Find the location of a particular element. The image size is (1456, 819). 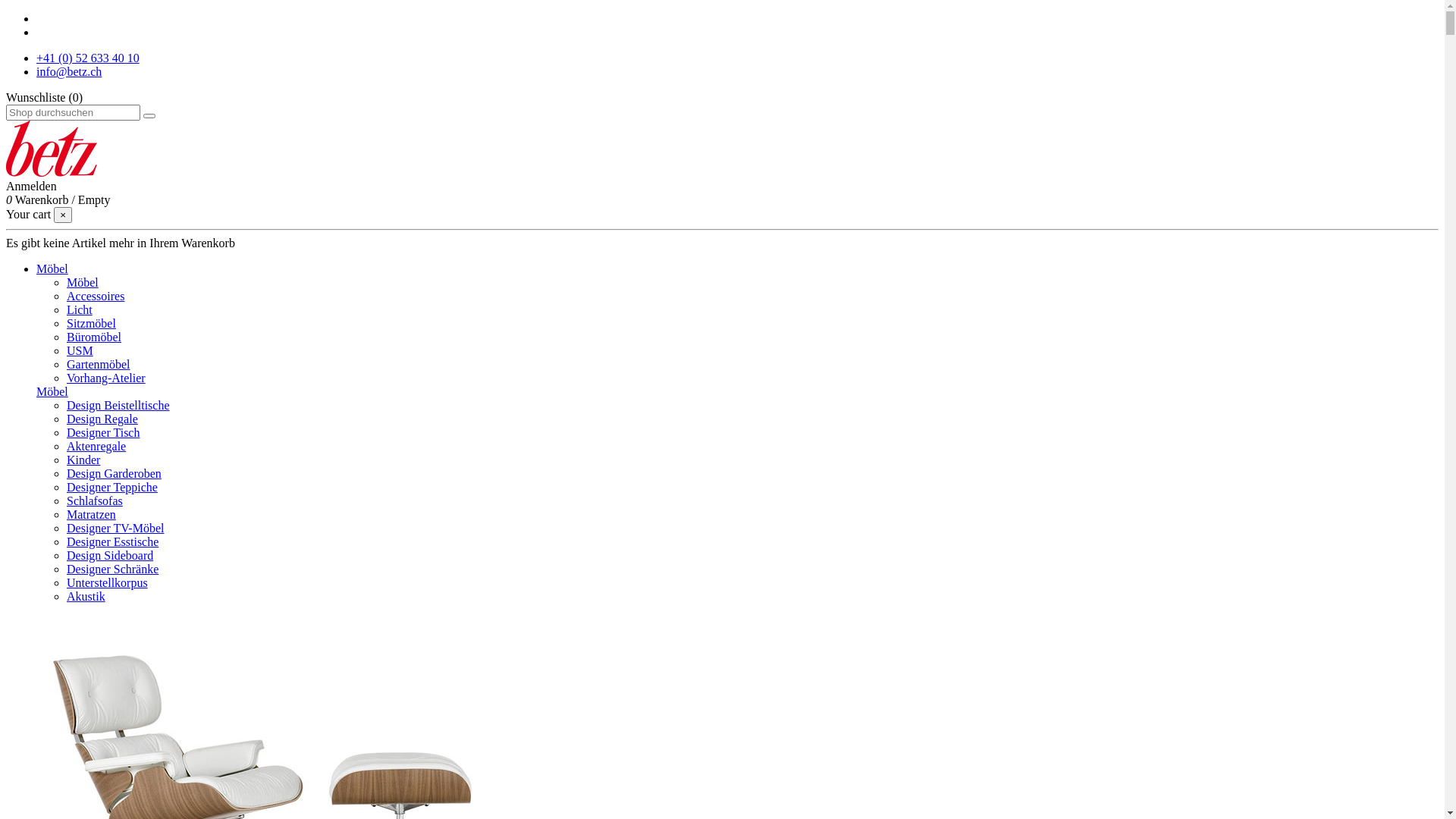

'Design Sideboard' is located at coordinates (65, 555).